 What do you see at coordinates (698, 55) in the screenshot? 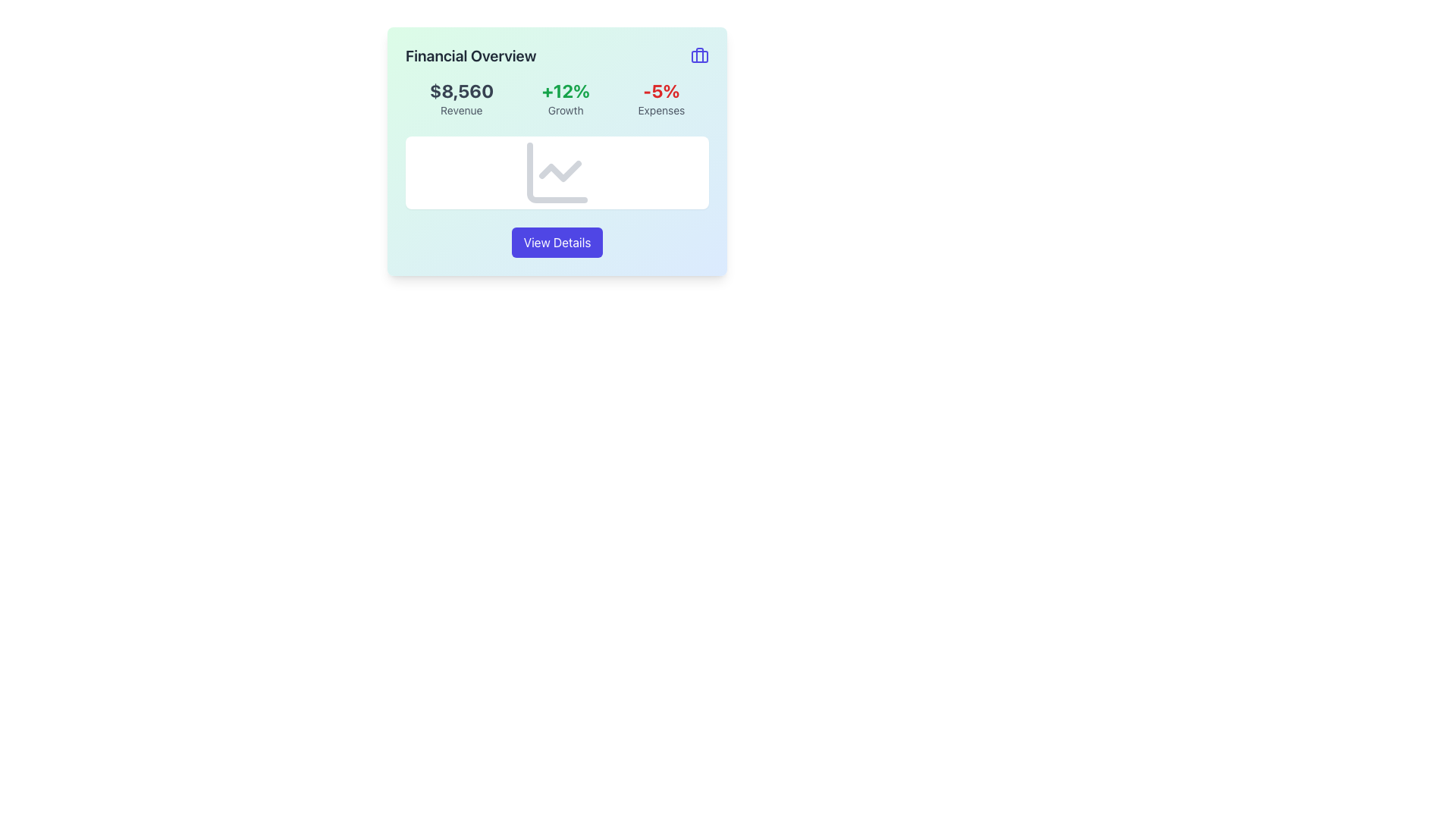
I see `the financial management icon located at the top-right of the 'Financial Overview' section` at bounding box center [698, 55].